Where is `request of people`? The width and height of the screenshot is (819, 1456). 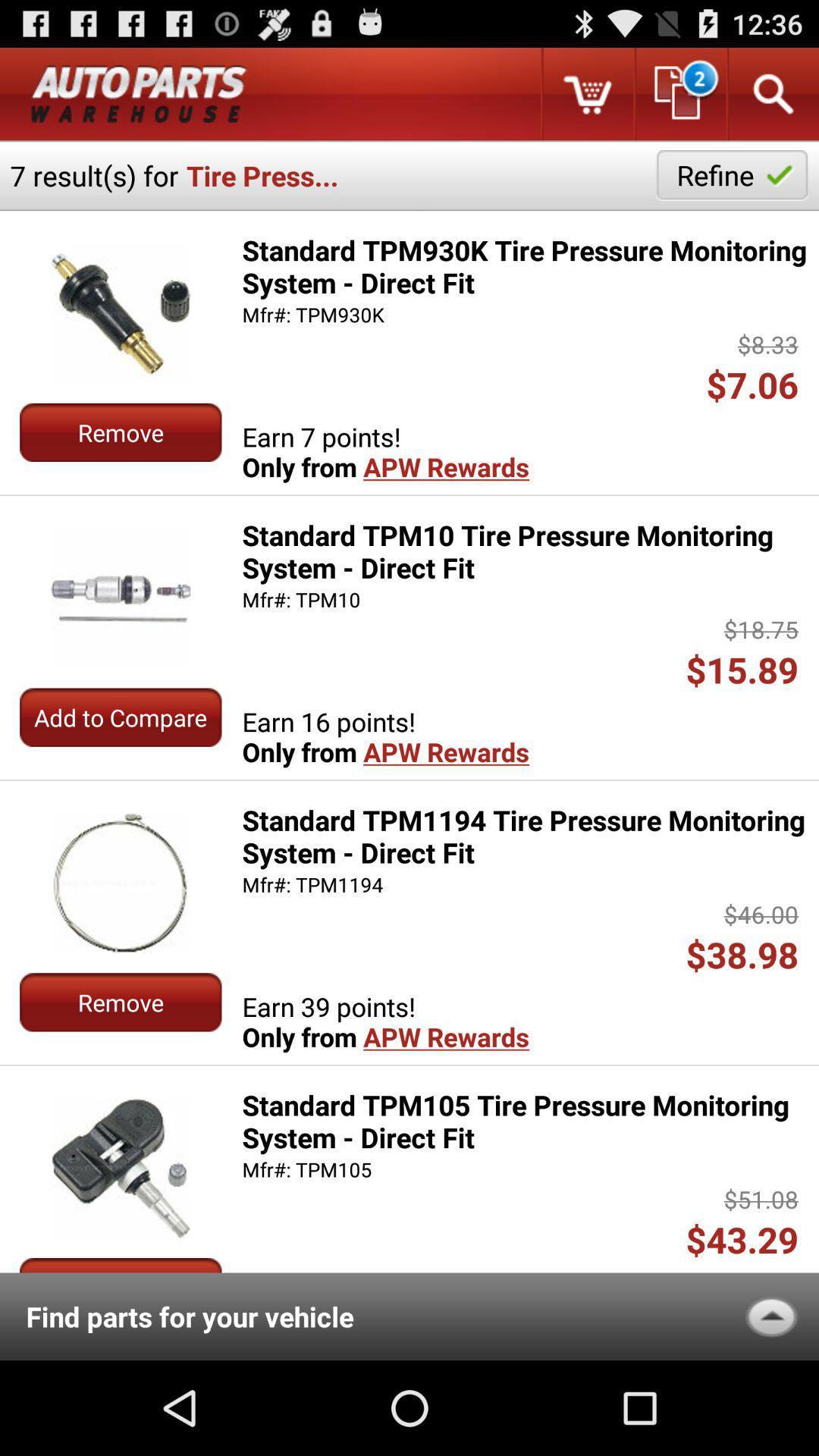
request of people is located at coordinates (679, 93).